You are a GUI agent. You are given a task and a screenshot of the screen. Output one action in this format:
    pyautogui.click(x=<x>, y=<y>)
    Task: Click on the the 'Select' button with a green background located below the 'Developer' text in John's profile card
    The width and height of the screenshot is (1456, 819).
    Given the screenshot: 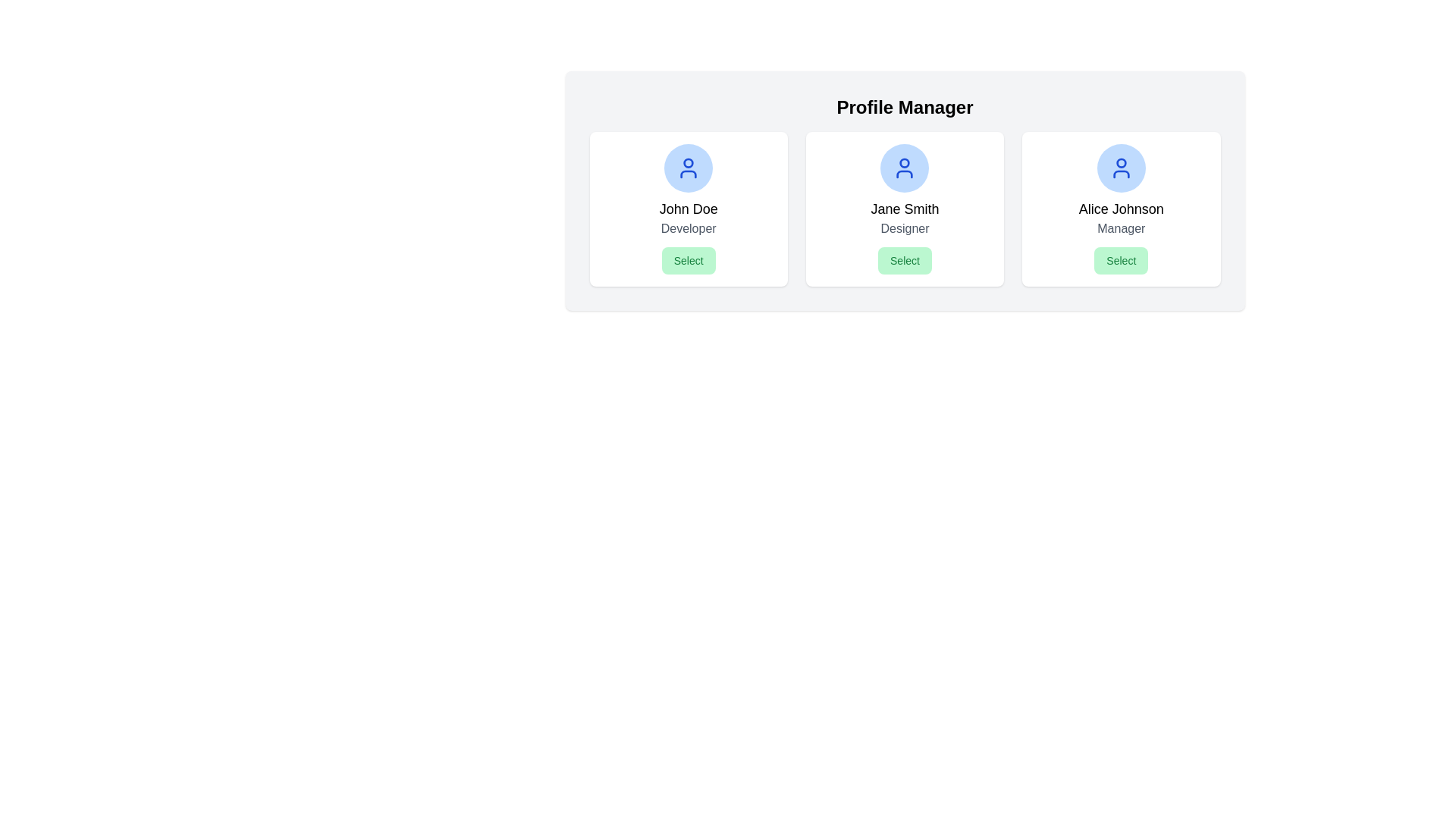 What is the action you would take?
    pyautogui.click(x=688, y=259)
    